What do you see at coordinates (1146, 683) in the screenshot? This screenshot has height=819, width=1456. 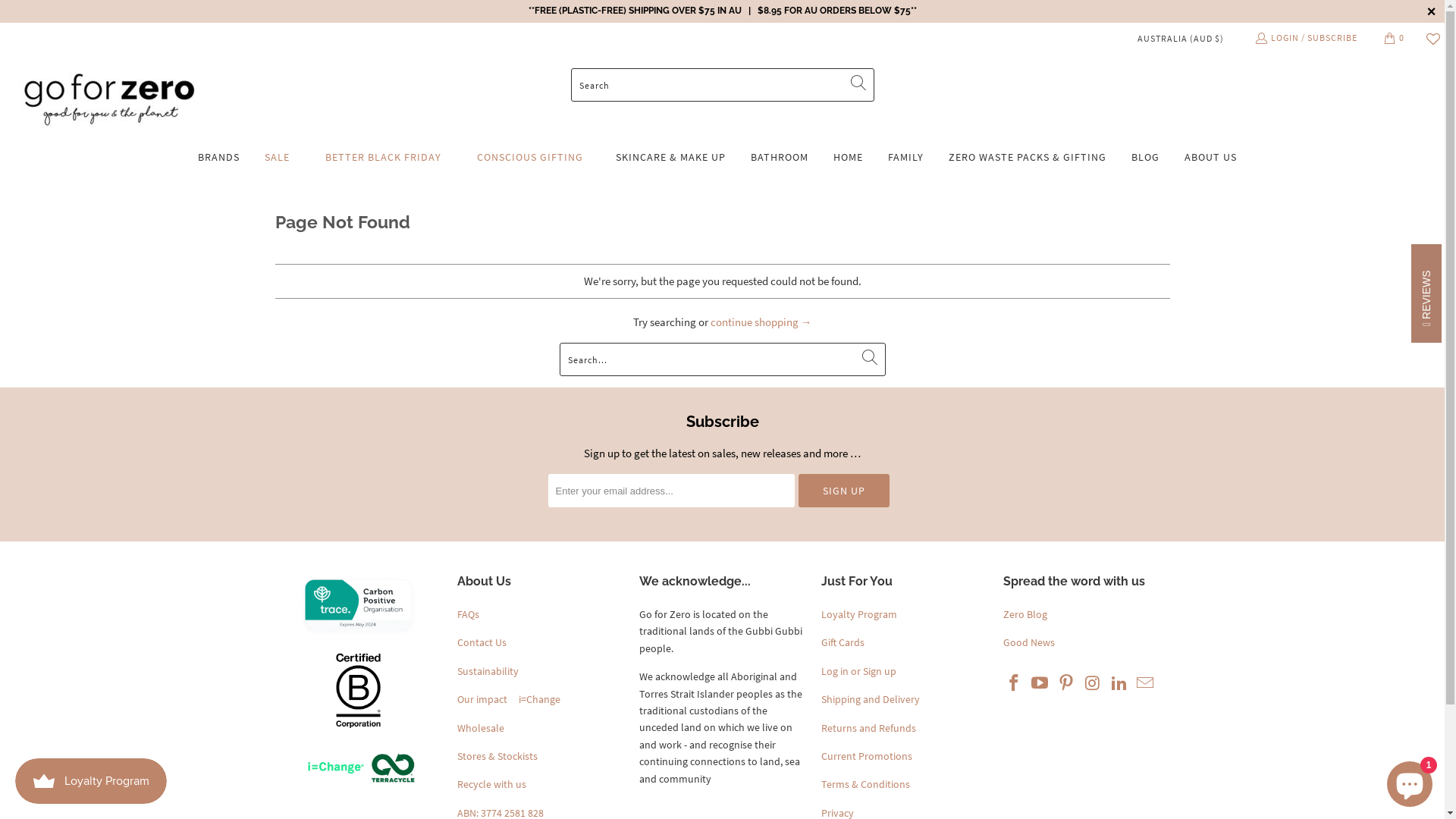 I see `'Email Go For Zero'` at bounding box center [1146, 683].